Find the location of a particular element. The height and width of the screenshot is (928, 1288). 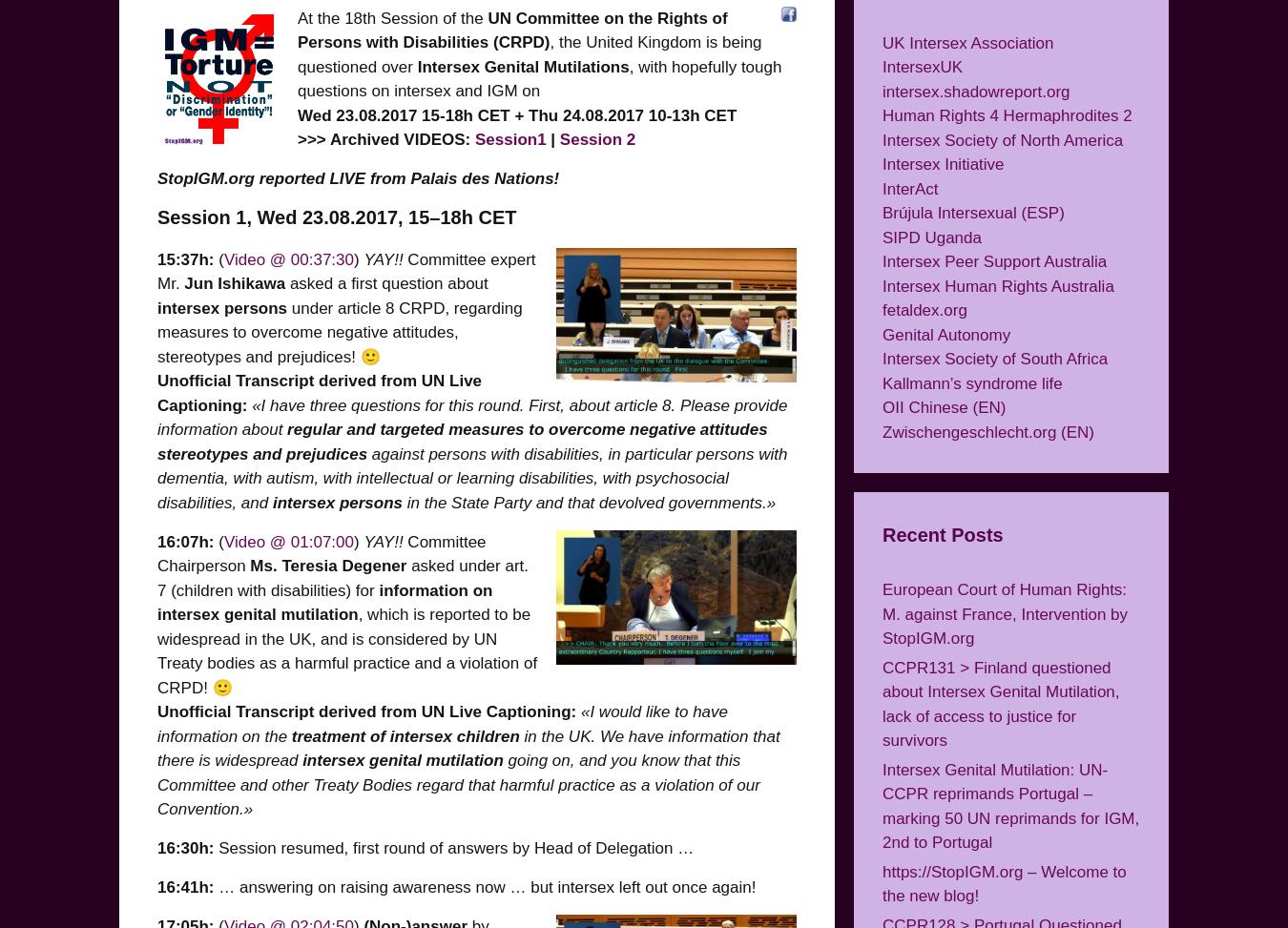

'Committee expert Mr.' is located at coordinates (346, 271).